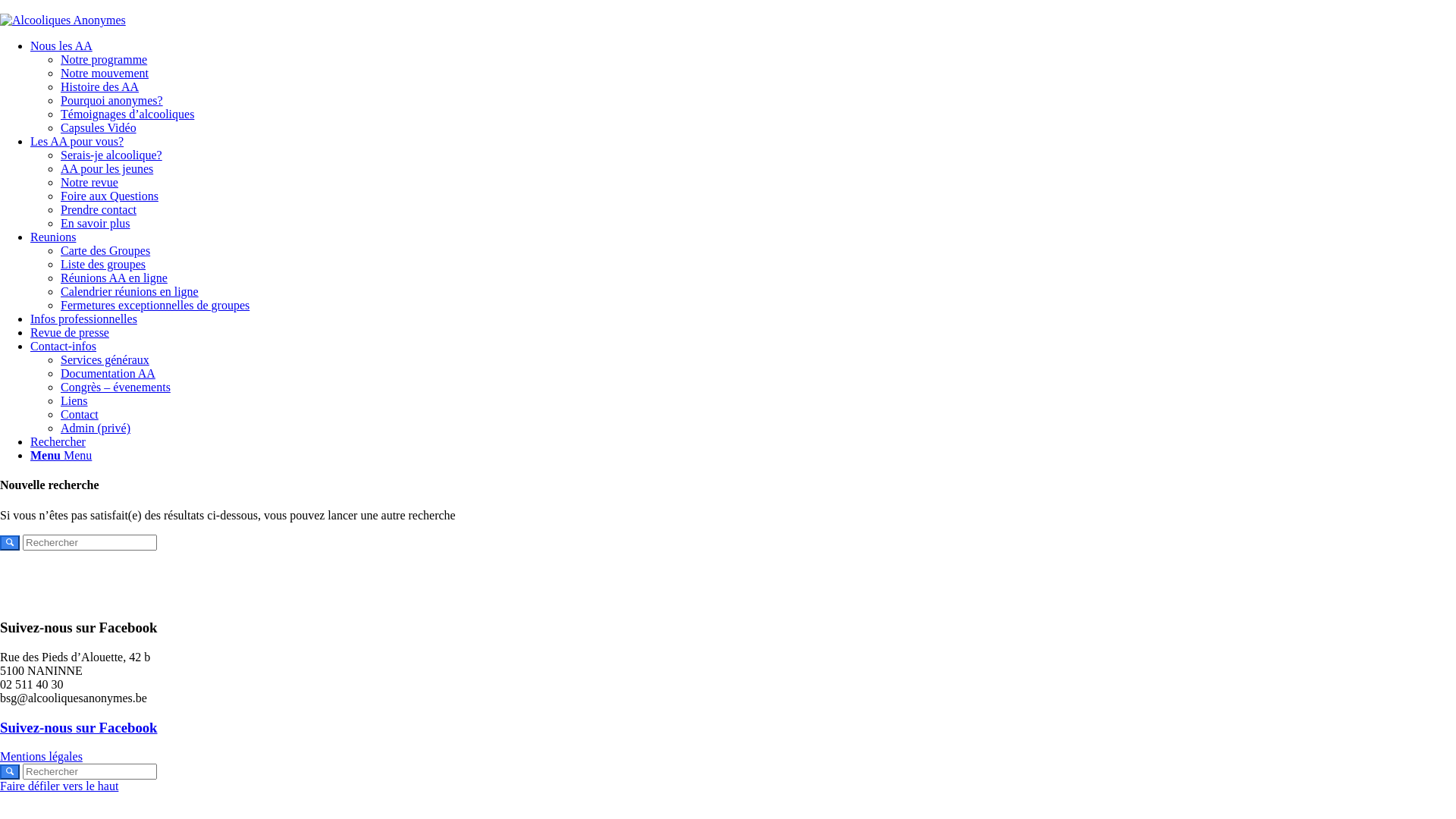 This screenshot has width=1456, height=819. Describe the element at coordinates (78, 726) in the screenshot. I see `'Suivez-nous sur Facebook'` at that location.